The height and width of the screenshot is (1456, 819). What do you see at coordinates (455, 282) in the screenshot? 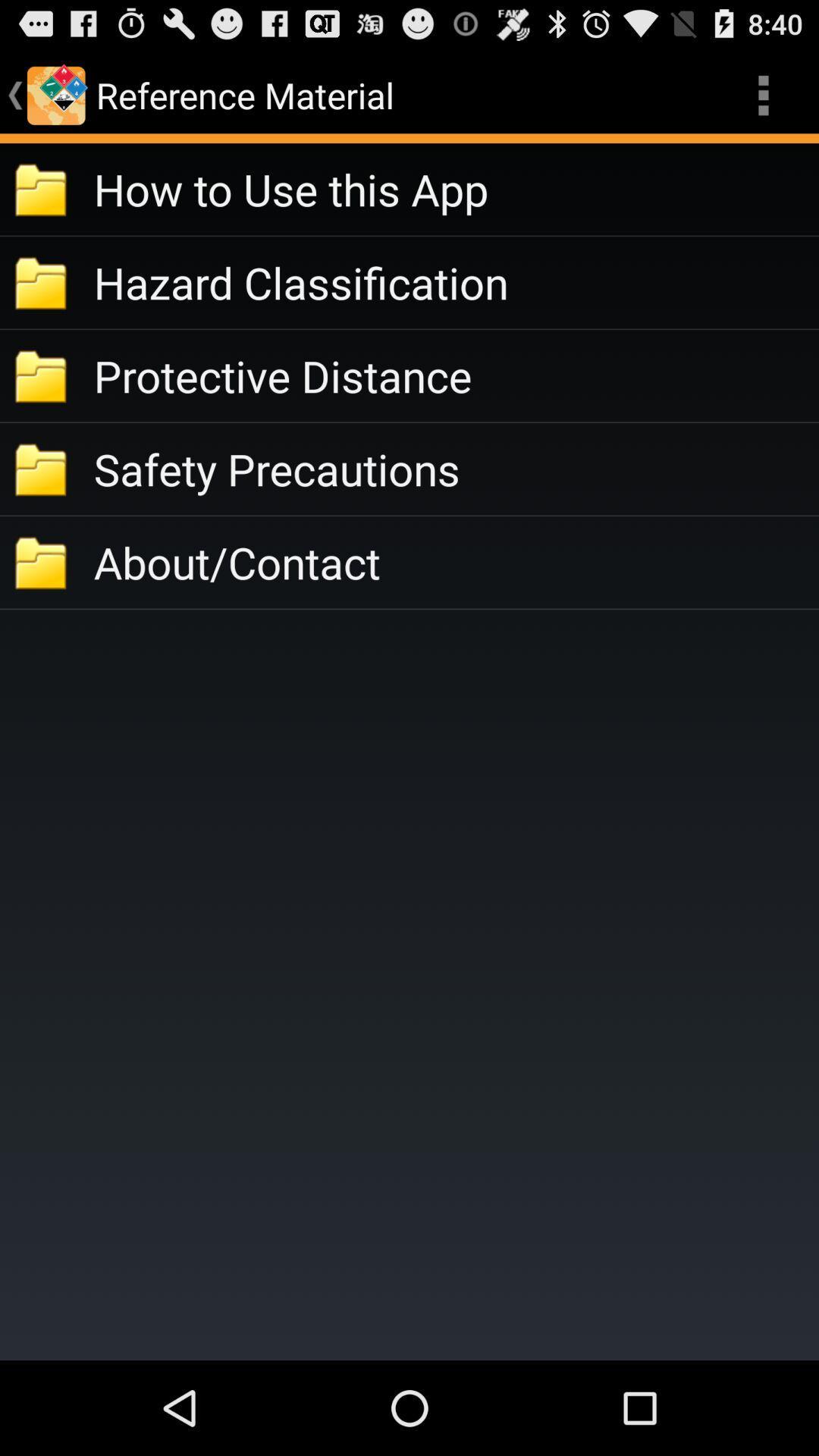
I see `the hazard classification item` at bounding box center [455, 282].